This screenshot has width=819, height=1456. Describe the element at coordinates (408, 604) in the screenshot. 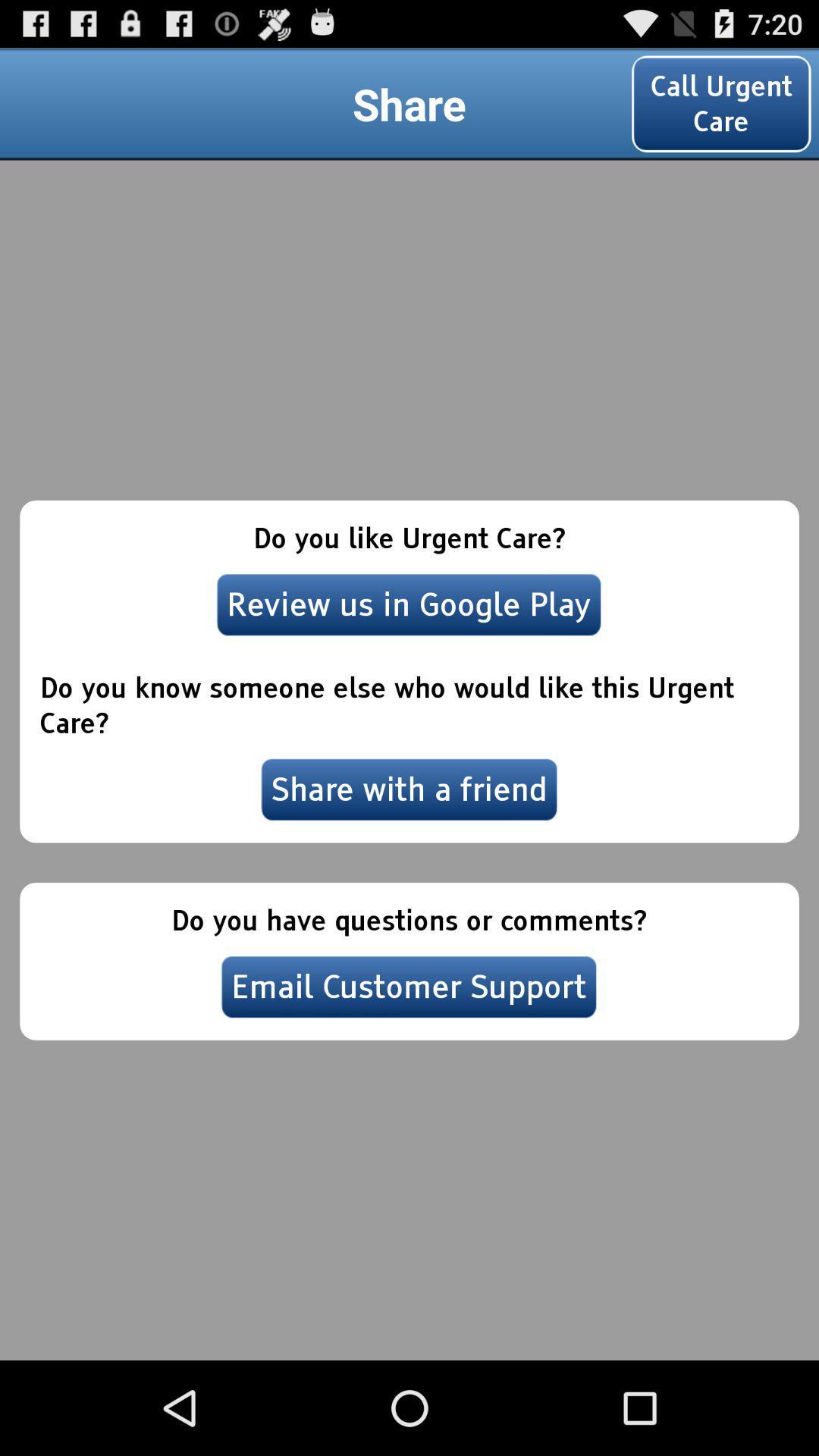

I see `the review us in icon` at that location.